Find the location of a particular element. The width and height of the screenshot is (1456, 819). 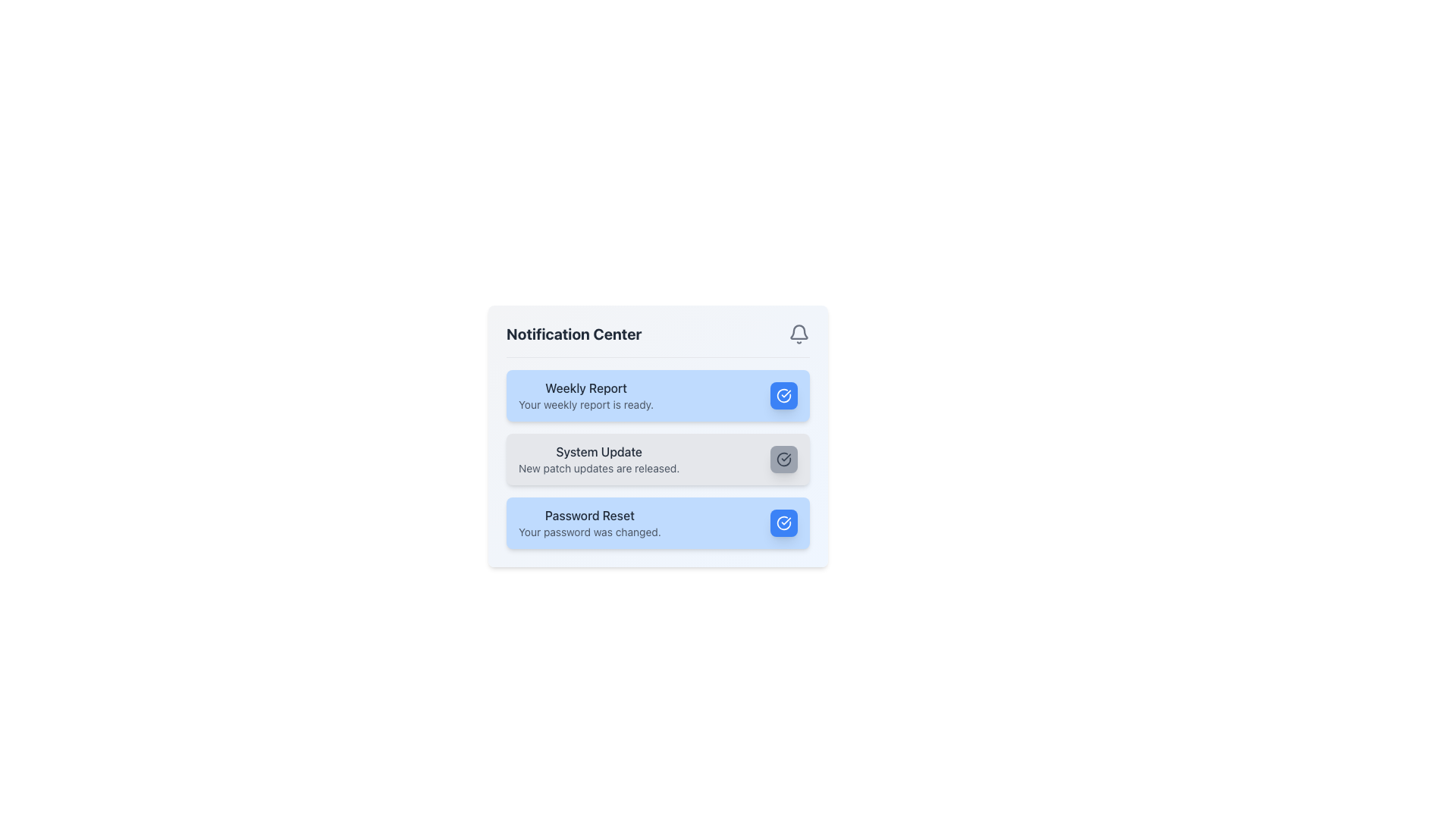

the circular SVG Icon at the far right of the blue 'Password Reset' notification box to confirm the notification is located at coordinates (783, 522).